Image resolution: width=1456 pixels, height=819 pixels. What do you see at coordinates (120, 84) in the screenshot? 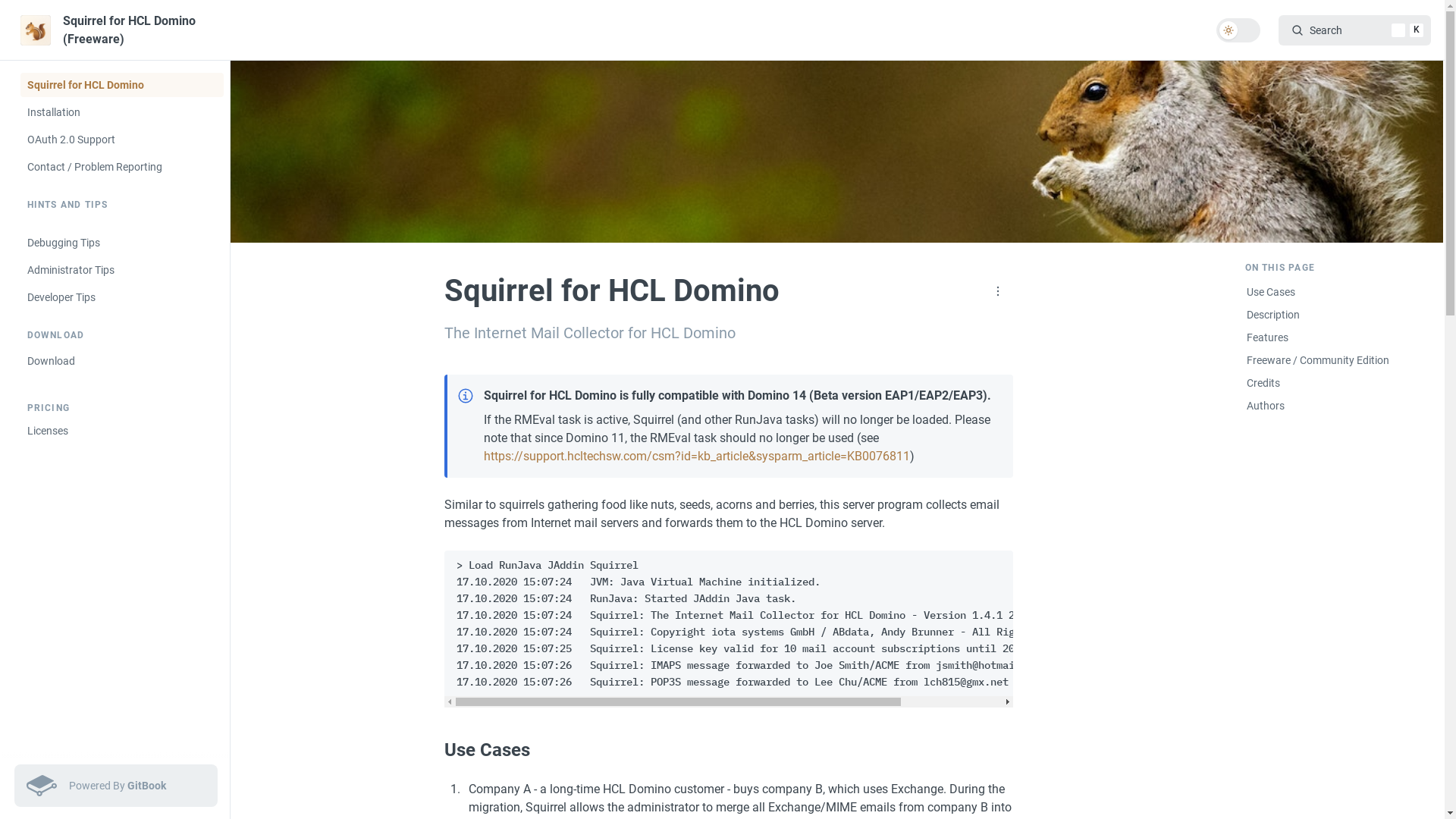
I see `'Squirrel for HCL Domino'` at bounding box center [120, 84].